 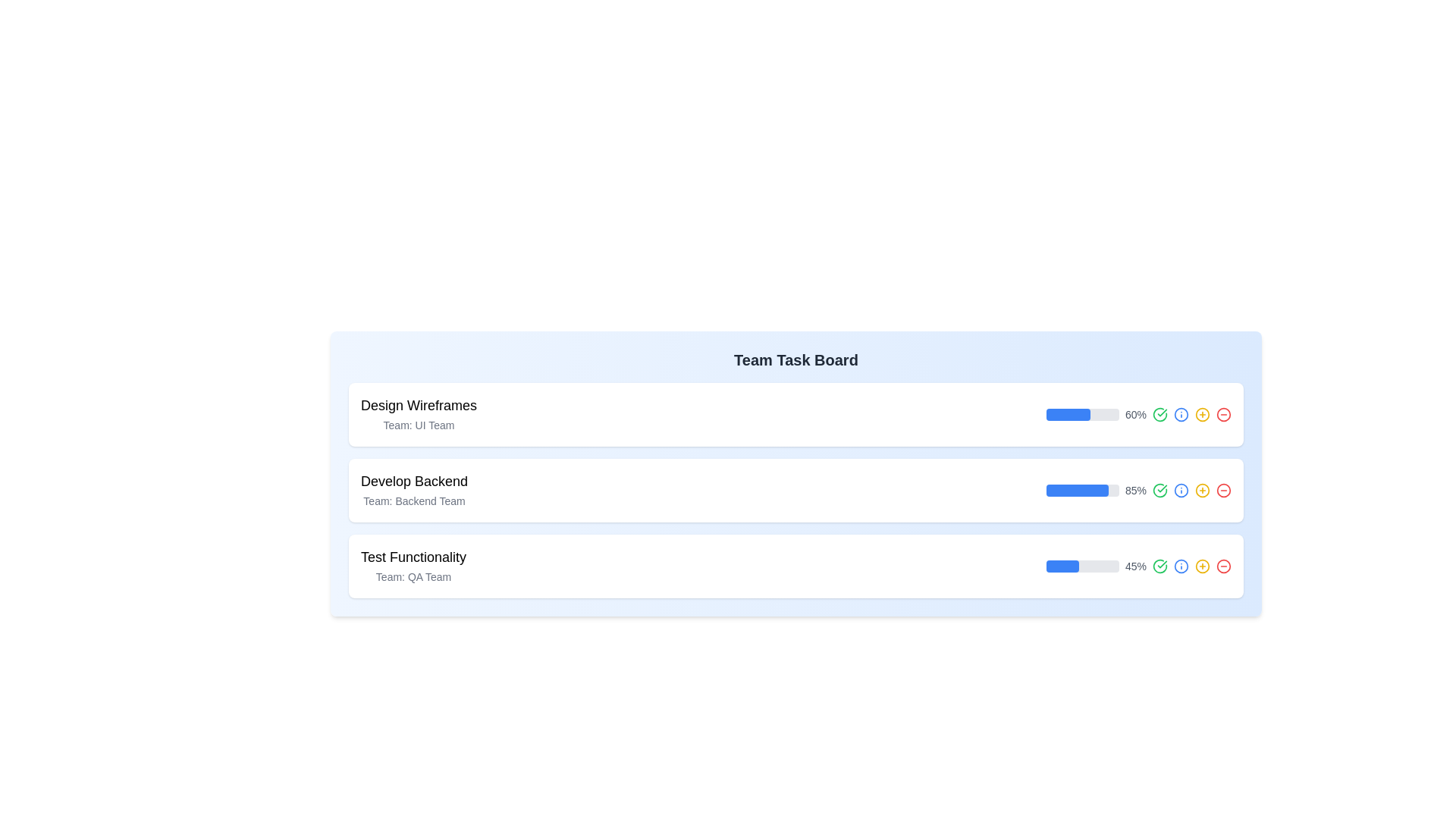 I want to click on the Icon Button, which serves as a confirmation indicator located to the right of the '85%' summary percentage in the middle row of the task board, so click(x=1159, y=491).